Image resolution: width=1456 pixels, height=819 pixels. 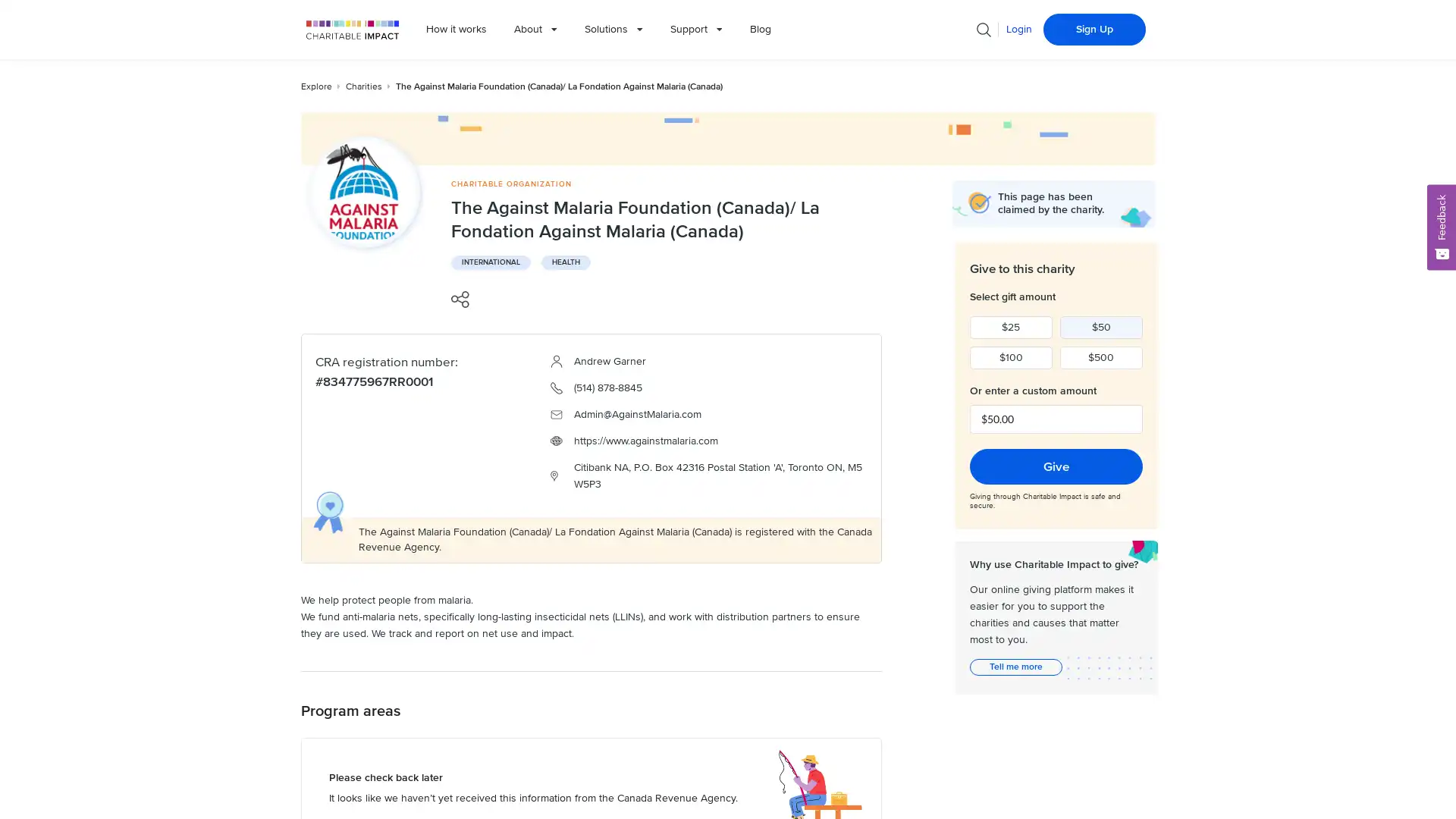 What do you see at coordinates (1100, 356) in the screenshot?
I see `$500` at bounding box center [1100, 356].